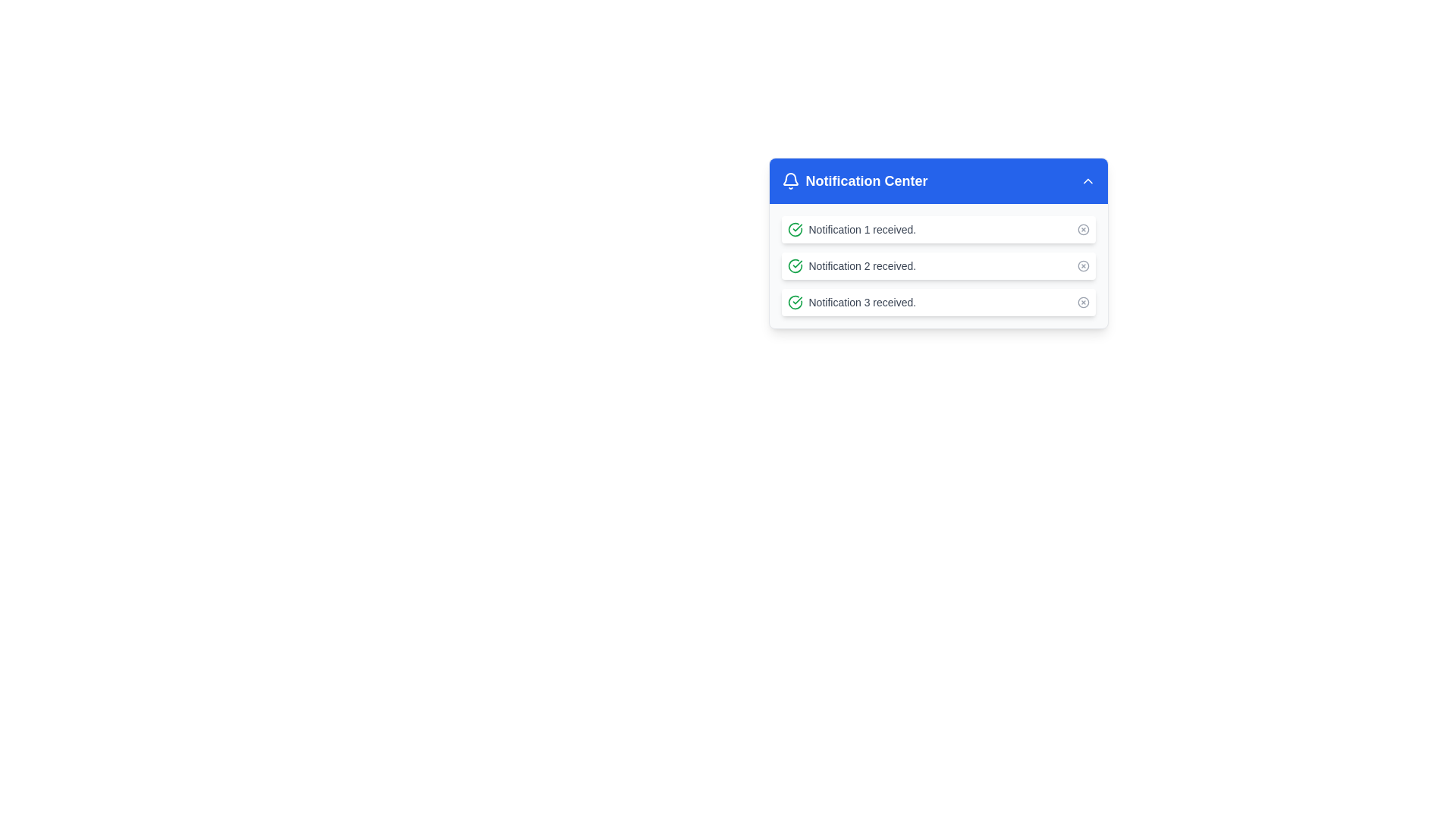  I want to click on the status indicated by the checkmark icon located to the left of the text 'Notification 2 received.' in the Notification Center, which signifies that the notification has been successfully acknowledged, so click(794, 265).